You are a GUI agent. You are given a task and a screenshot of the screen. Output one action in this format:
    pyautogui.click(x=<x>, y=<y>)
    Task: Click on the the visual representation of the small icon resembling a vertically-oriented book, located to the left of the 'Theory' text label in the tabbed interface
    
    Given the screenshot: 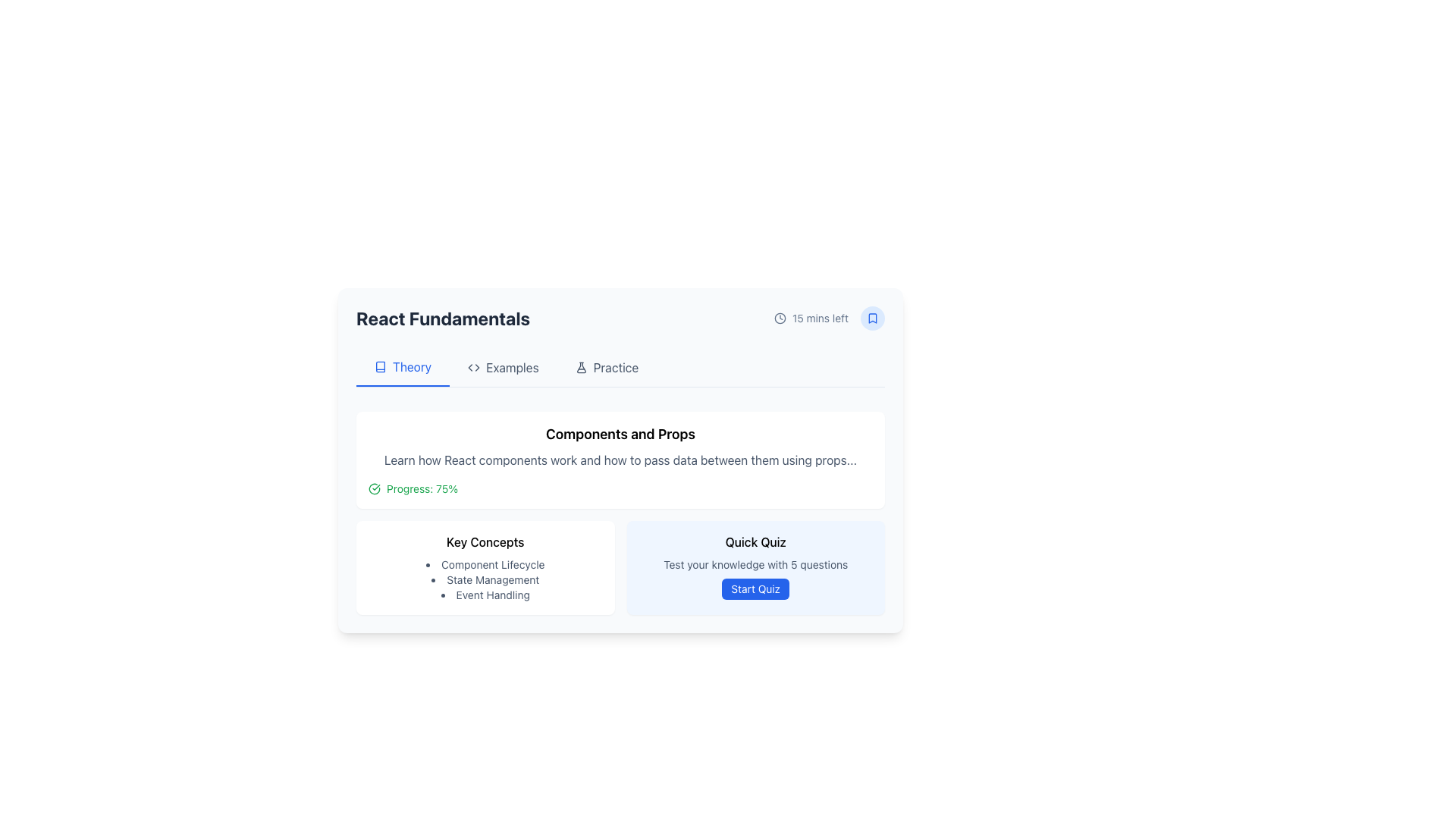 What is the action you would take?
    pyautogui.click(x=381, y=366)
    